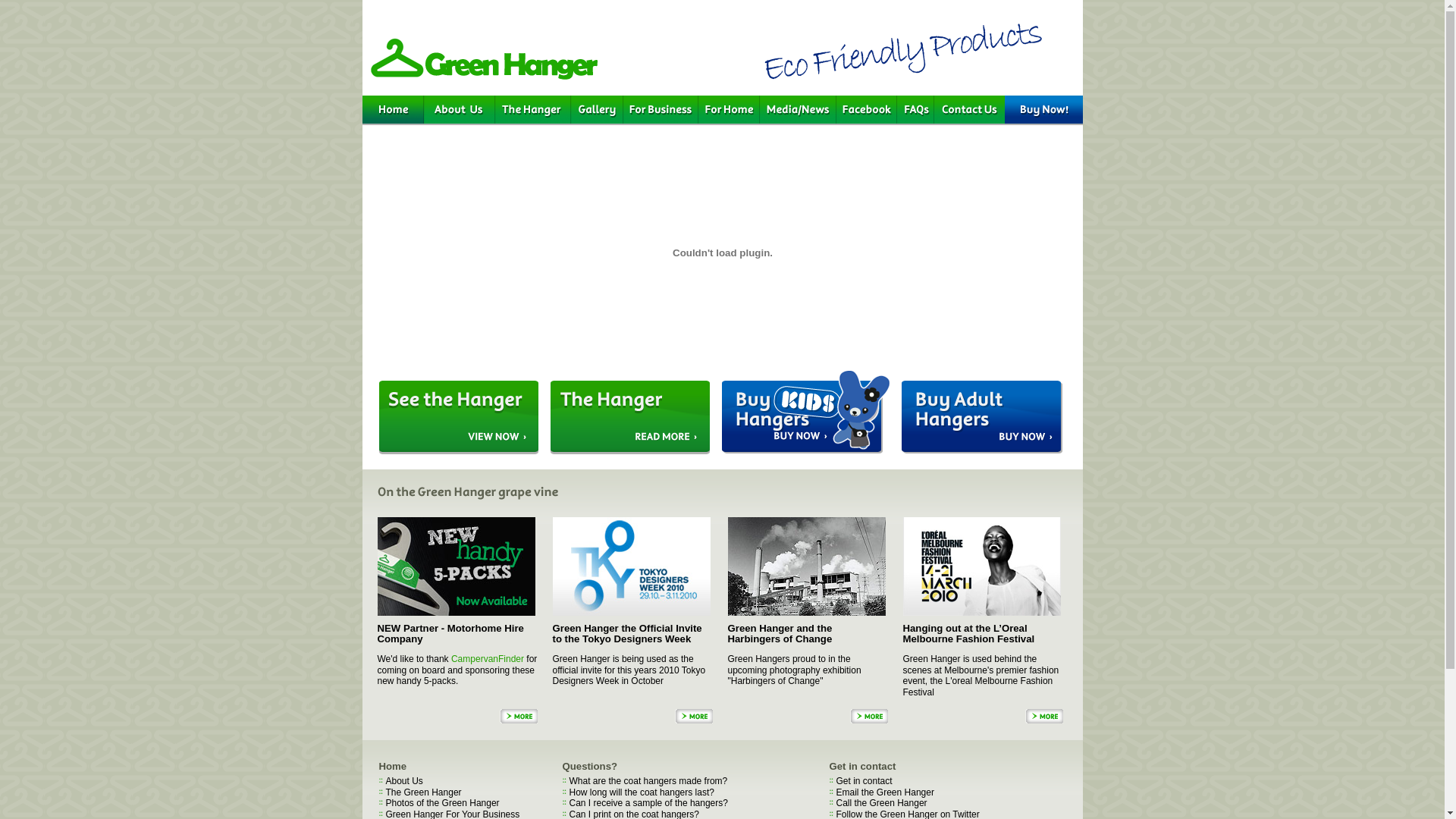 The width and height of the screenshot is (1456, 819). Describe the element at coordinates (641, 792) in the screenshot. I see `'How long will the coat hangers last?'` at that location.